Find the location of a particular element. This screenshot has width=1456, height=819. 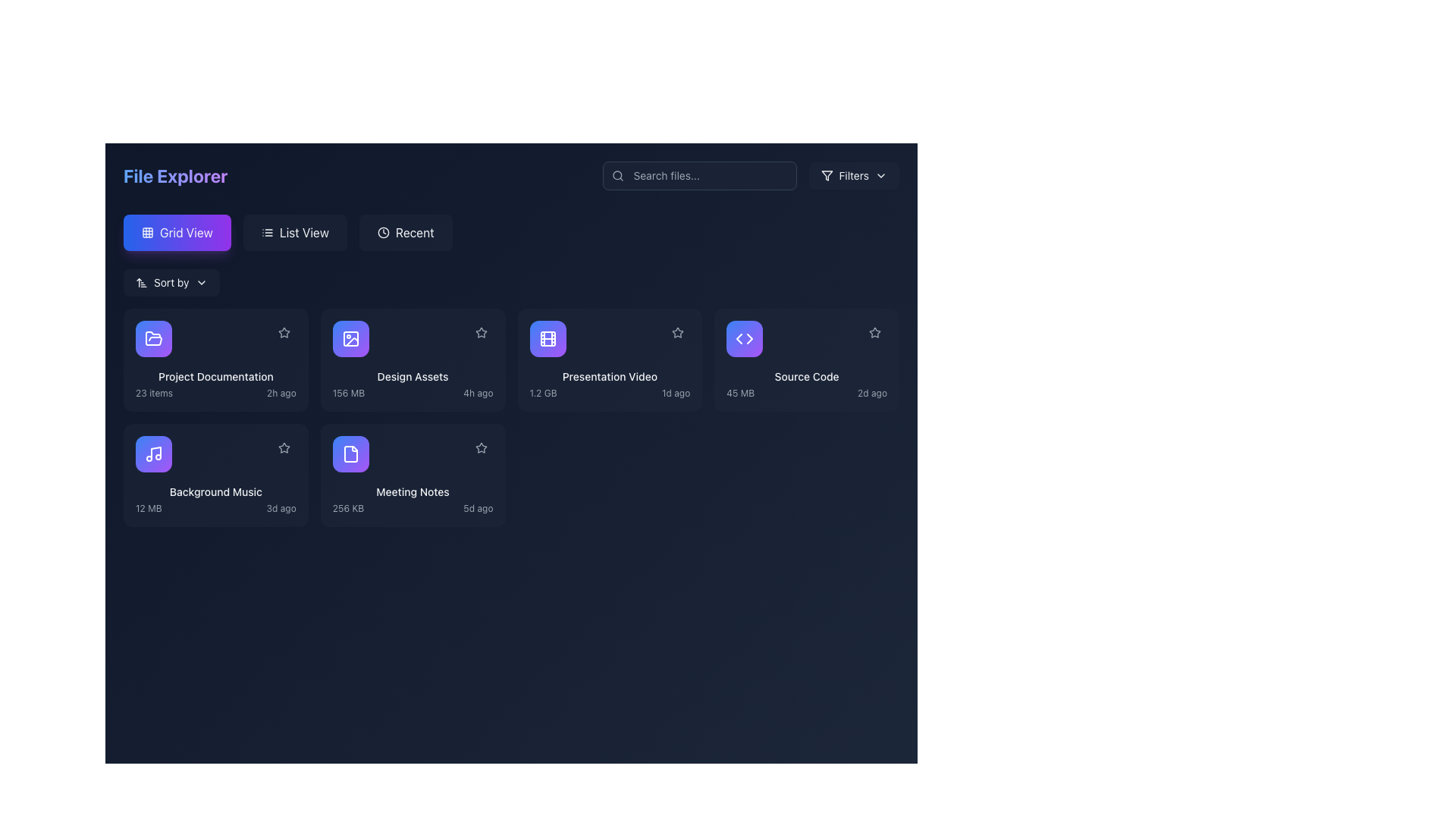

the Text label displaying 'Meeting Notes' in the file explorer interface, located in the second row and second column of the grid layout, positioned below the file icon and above the metadata text is located at coordinates (413, 491).